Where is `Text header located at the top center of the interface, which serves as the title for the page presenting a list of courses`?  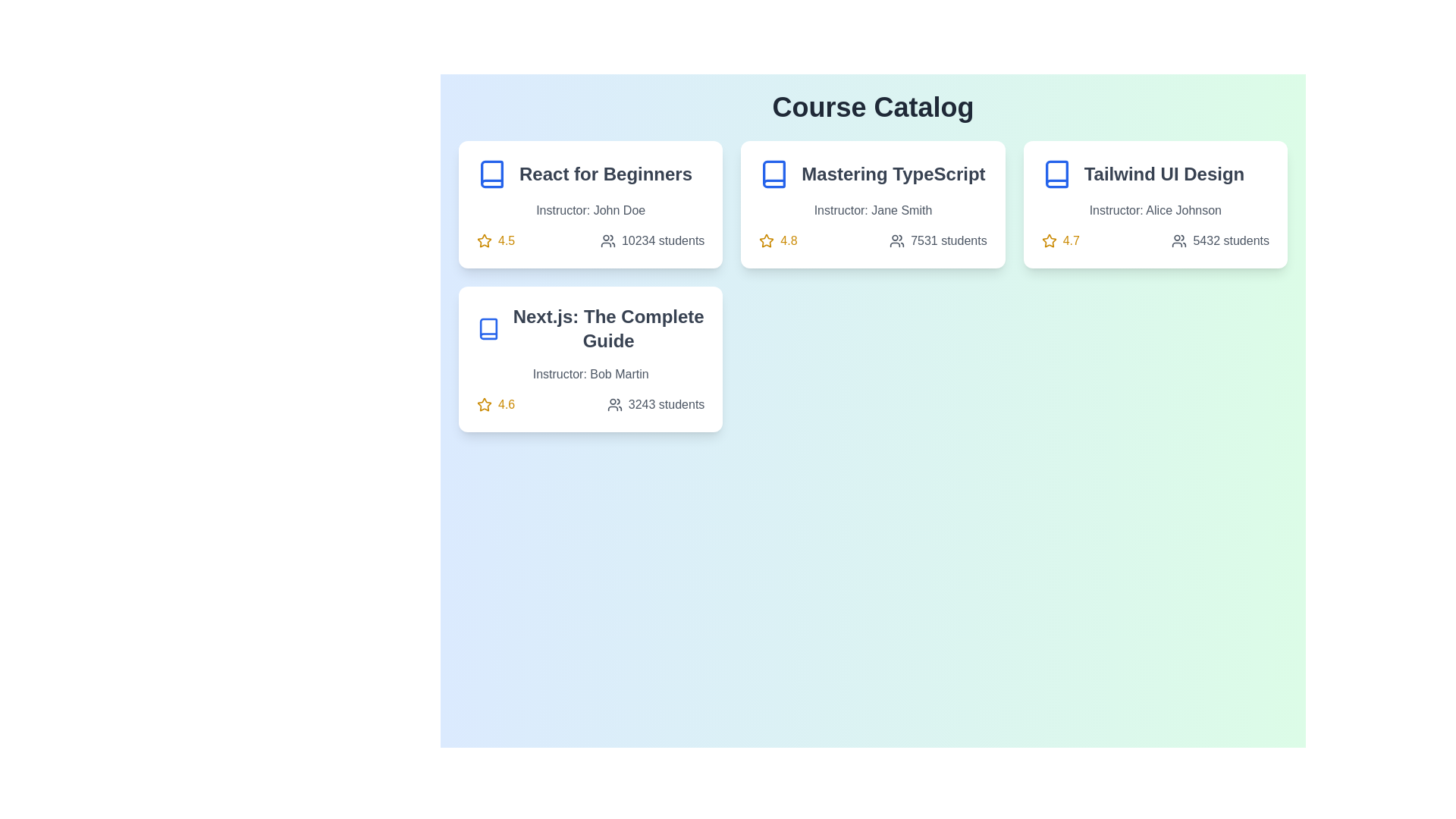 Text header located at the top center of the interface, which serves as the title for the page presenting a list of courses is located at coordinates (873, 107).